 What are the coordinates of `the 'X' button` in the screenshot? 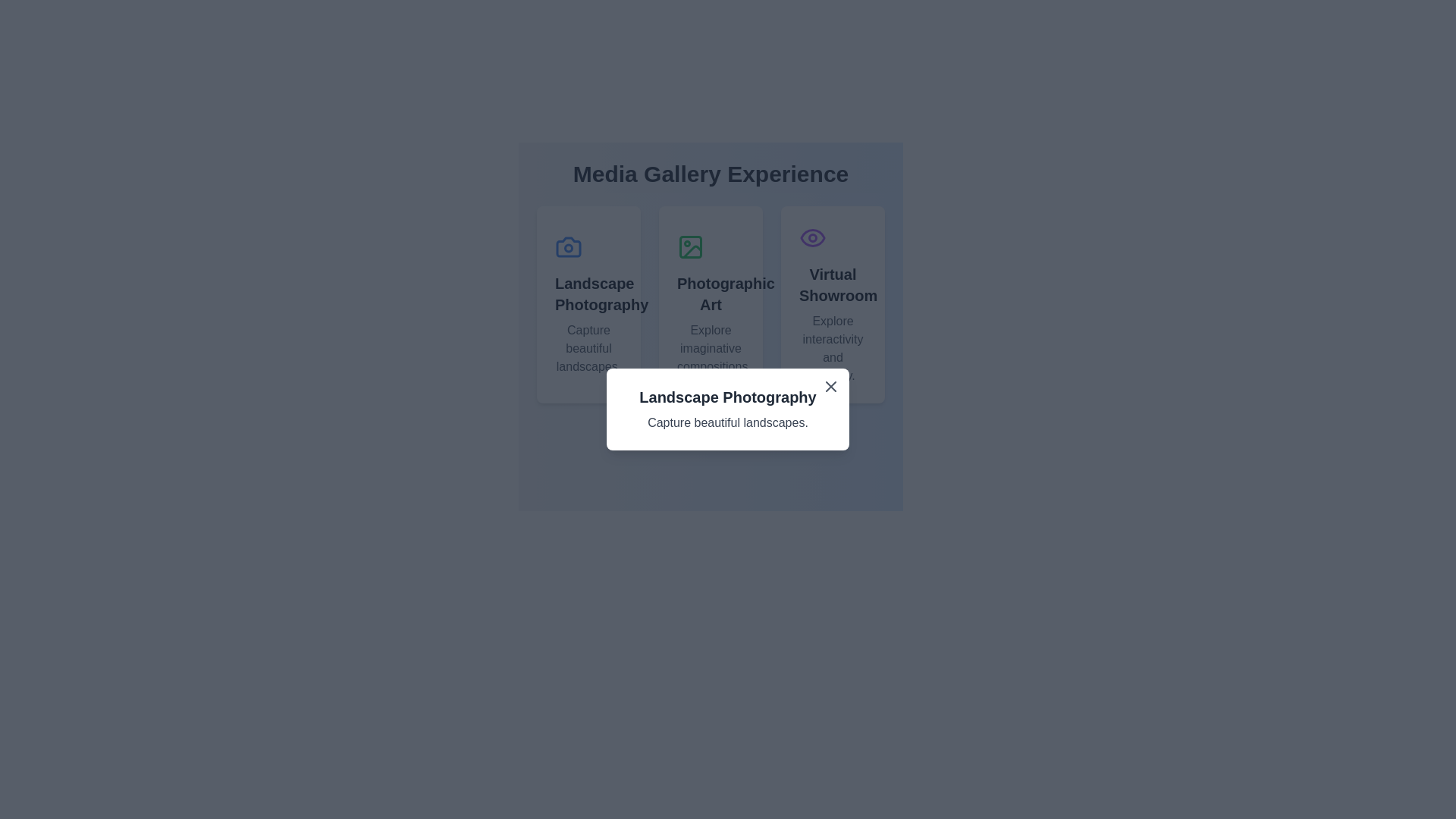 It's located at (830, 385).